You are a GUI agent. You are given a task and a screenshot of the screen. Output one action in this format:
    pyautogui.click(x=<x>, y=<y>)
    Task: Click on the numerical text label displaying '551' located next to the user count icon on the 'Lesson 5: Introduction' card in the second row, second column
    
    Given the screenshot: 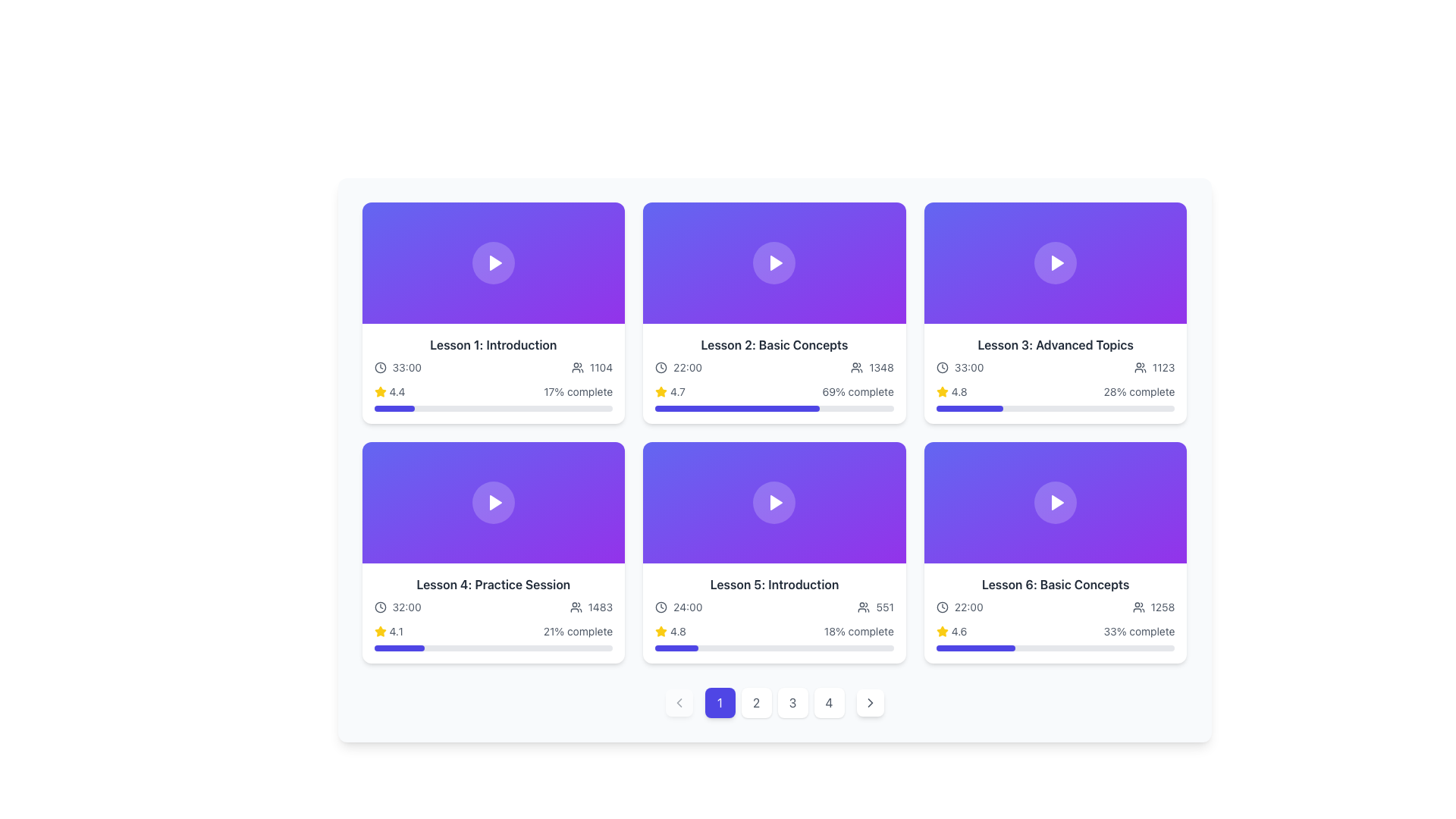 What is the action you would take?
    pyautogui.click(x=885, y=607)
    